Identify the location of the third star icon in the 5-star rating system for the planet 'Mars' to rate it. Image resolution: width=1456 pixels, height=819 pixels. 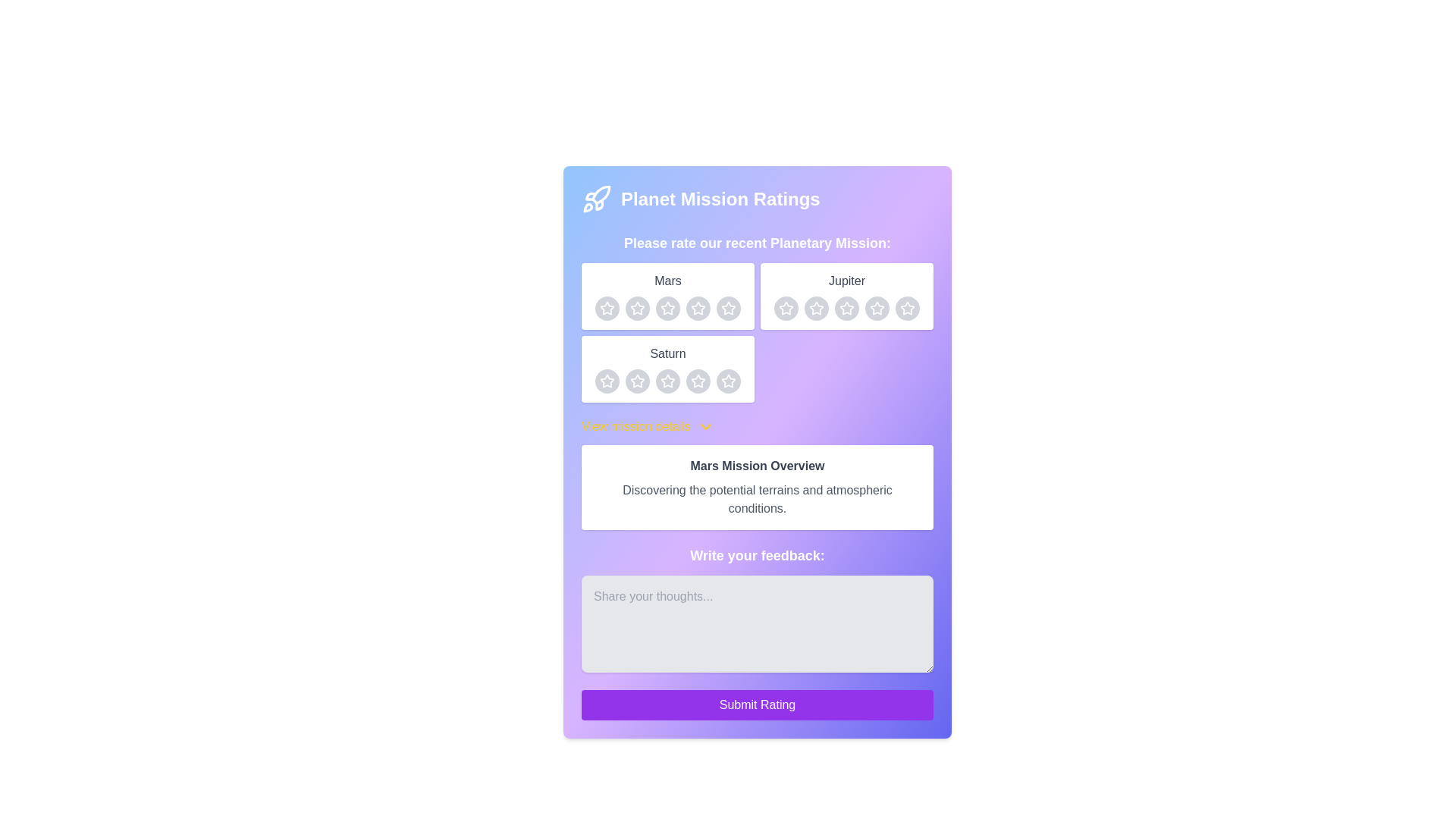
(698, 308).